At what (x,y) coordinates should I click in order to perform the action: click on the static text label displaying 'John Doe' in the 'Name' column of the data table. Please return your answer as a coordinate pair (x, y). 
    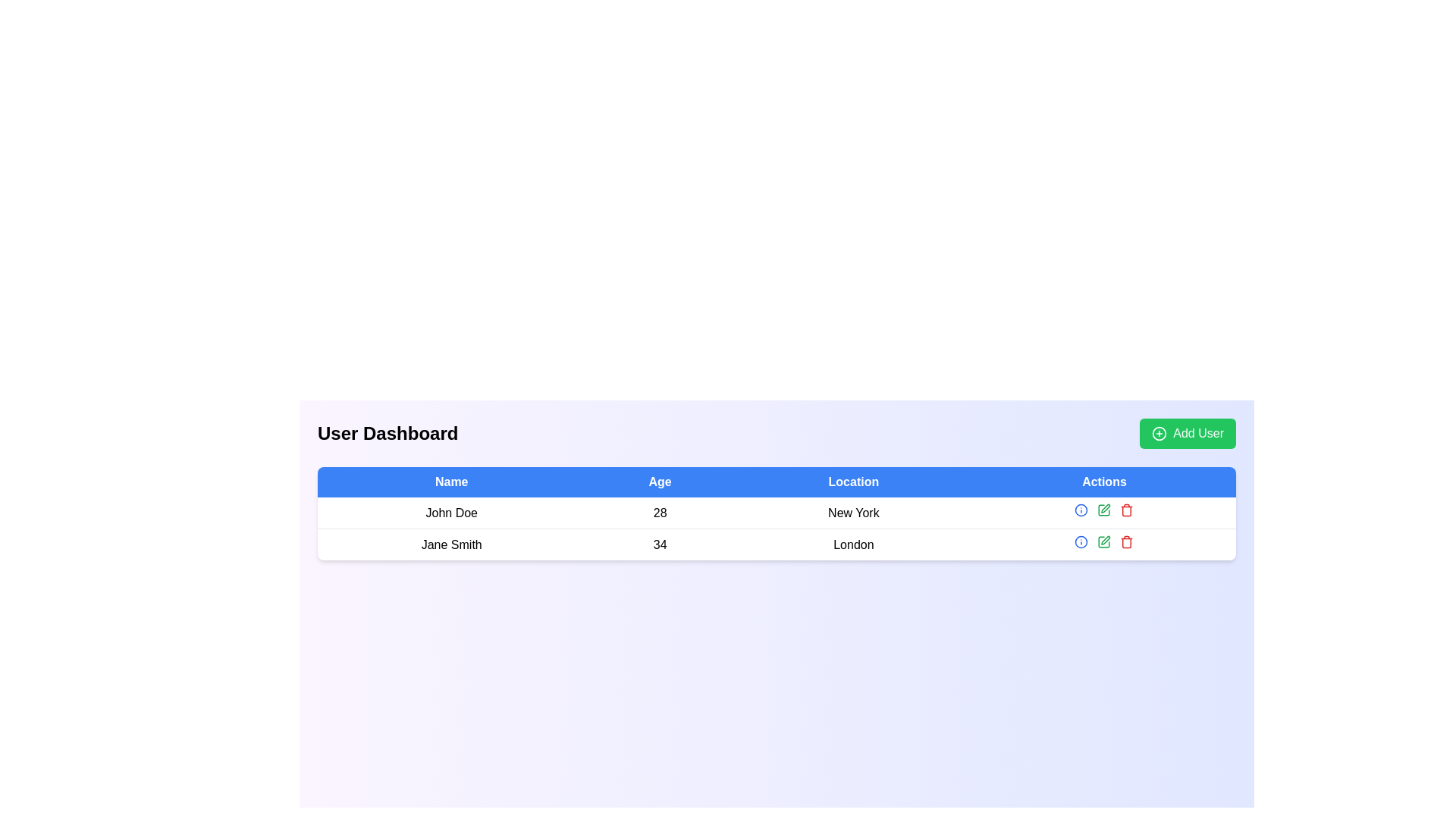
    Looking at the image, I should click on (450, 512).